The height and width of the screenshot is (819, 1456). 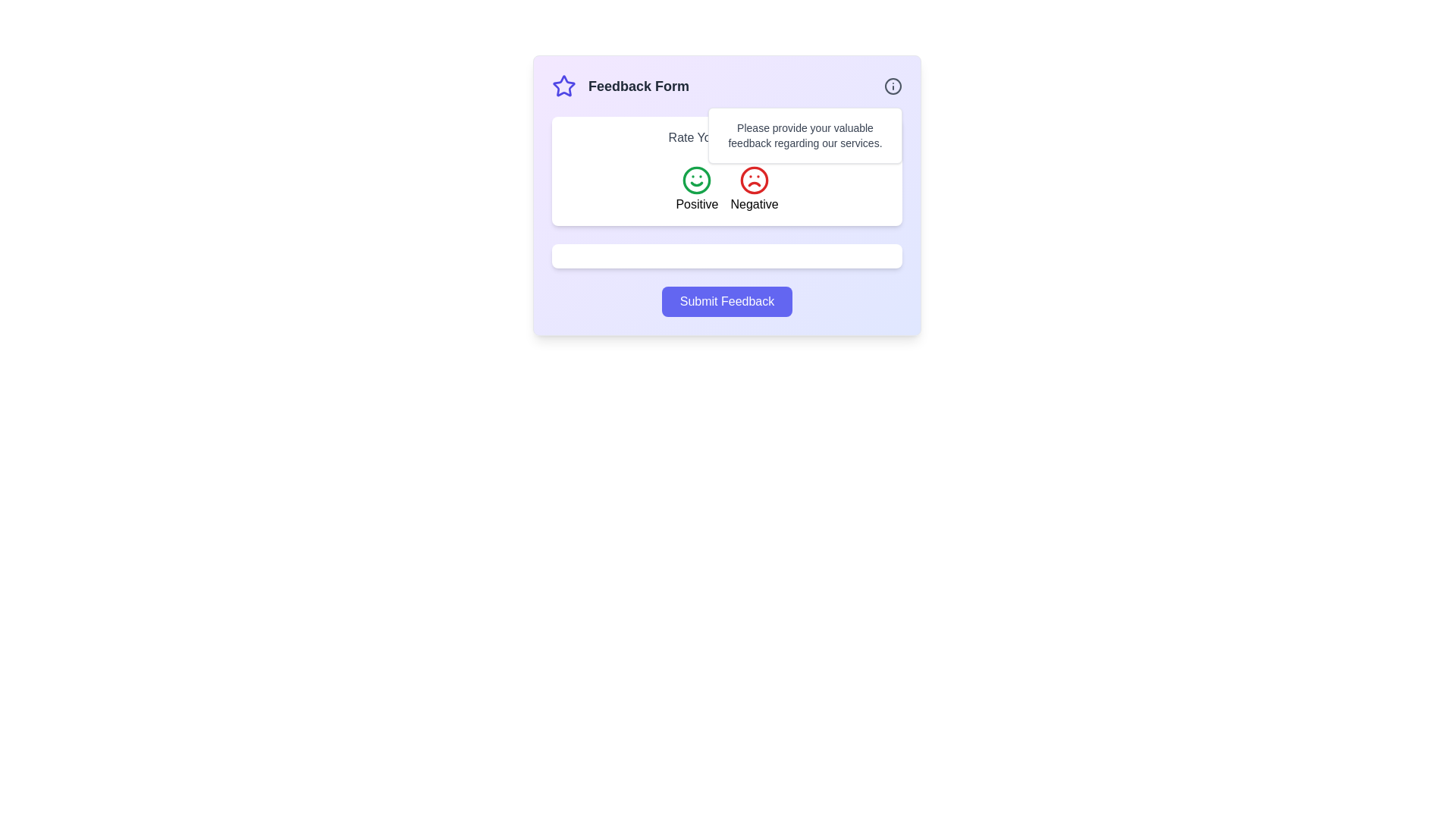 I want to click on the icons in the Interactive rating component to select a rating for the user's experience, which includes a green smiley face for positive and a red frown face for negative feedback, so click(x=726, y=171).